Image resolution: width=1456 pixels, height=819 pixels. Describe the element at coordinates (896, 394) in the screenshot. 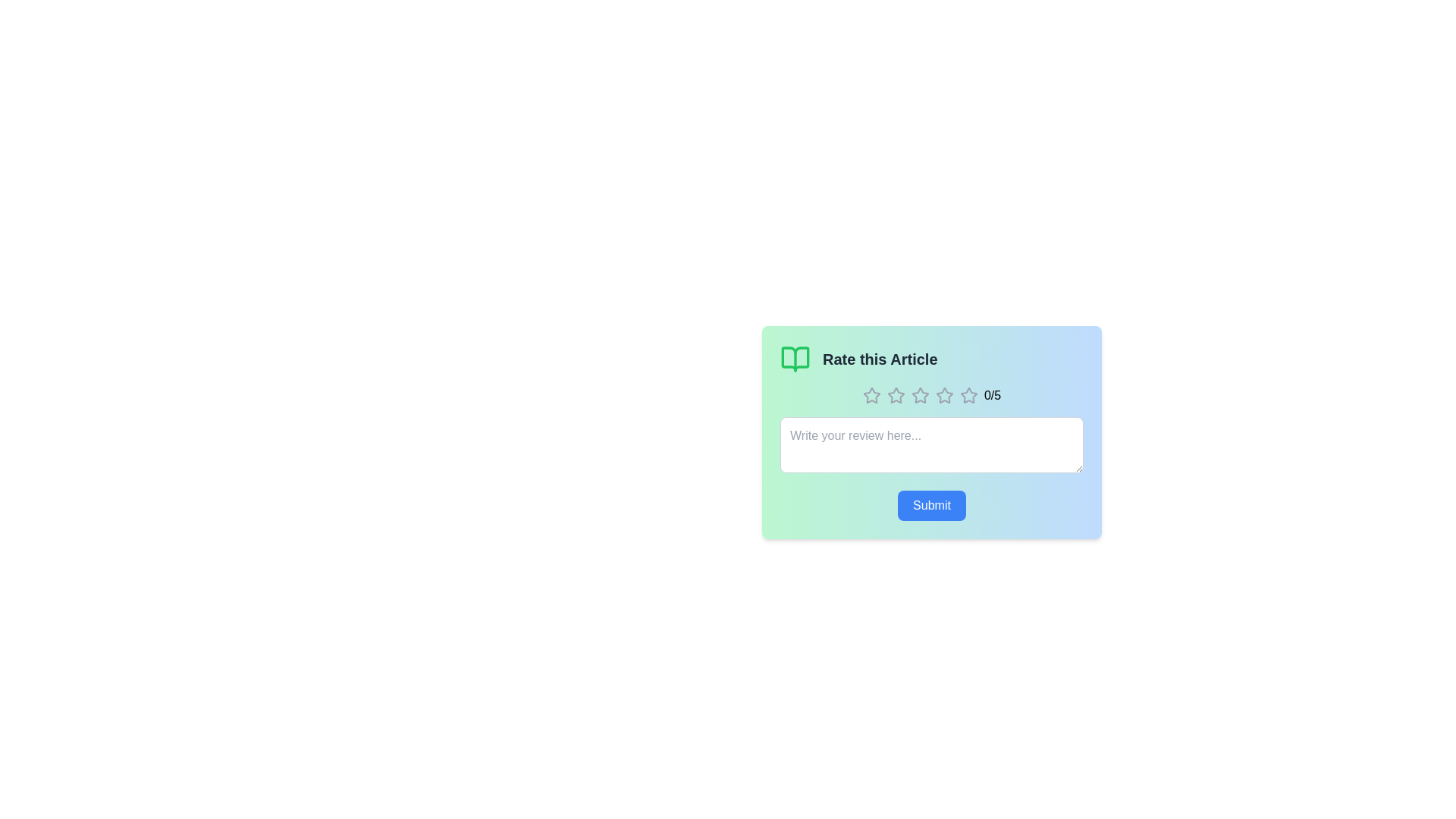

I see `the star corresponding to the rating 2` at that location.